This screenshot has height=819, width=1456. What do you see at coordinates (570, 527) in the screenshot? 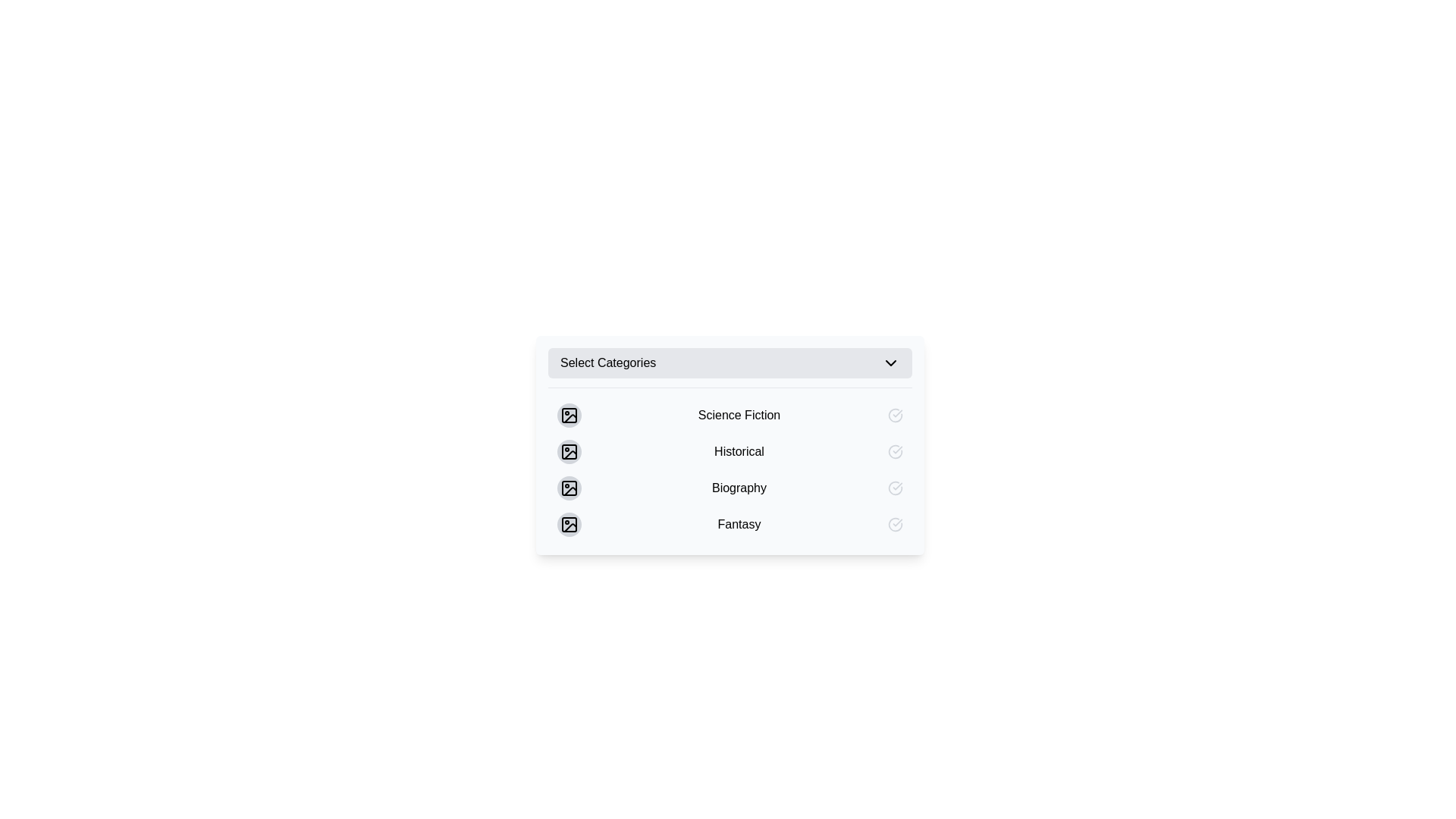
I see `the third image icon representing the 'Fantasy' category, which visually depicts a corner of an image within a square icon` at bounding box center [570, 527].